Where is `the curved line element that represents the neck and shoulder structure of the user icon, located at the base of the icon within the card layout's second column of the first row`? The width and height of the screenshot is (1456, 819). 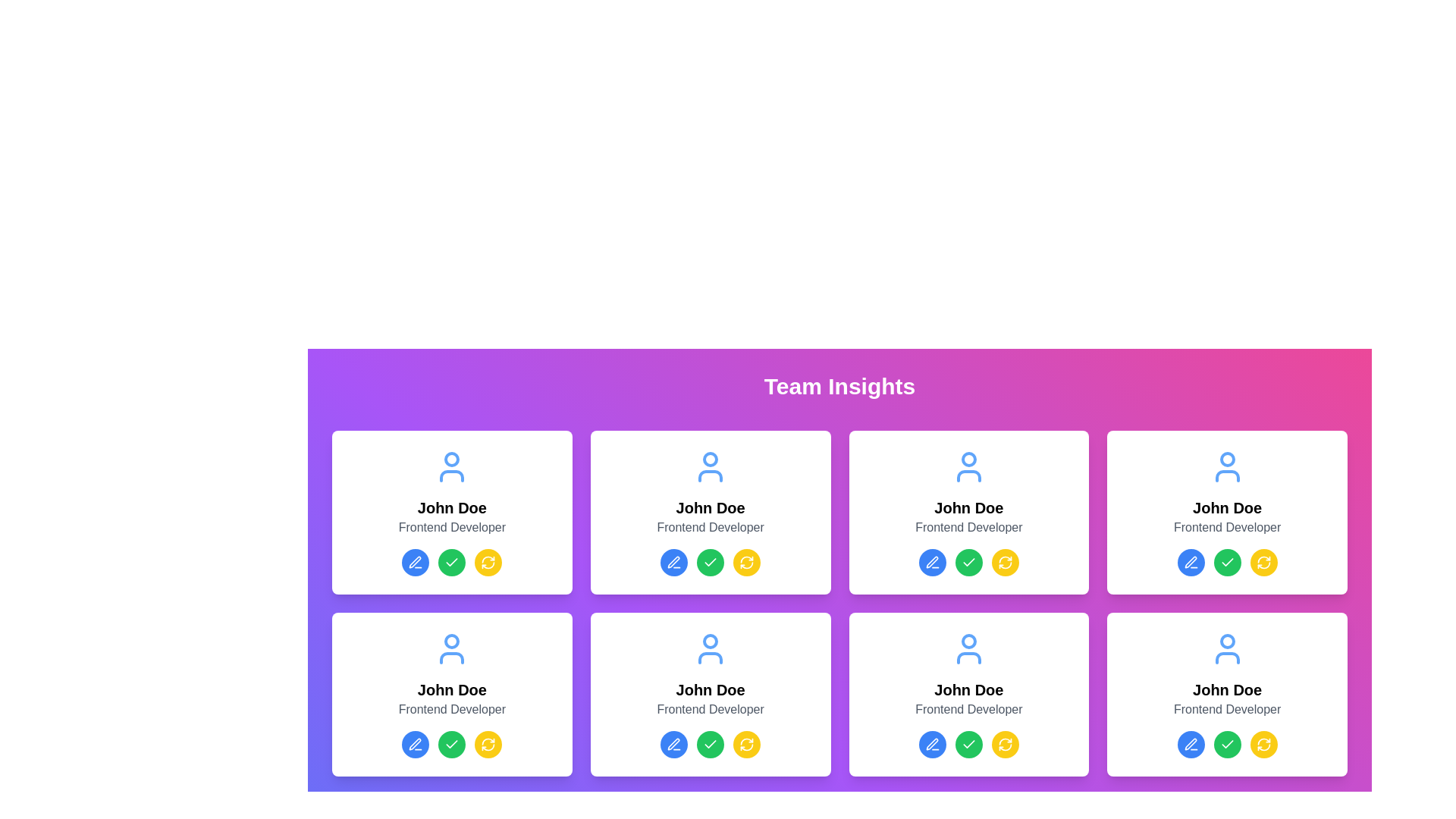
the curved line element that represents the neck and shoulder structure of the user icon, located at the base of the icon within the card layout's second column of the first row is located at coordinates (710, 475).